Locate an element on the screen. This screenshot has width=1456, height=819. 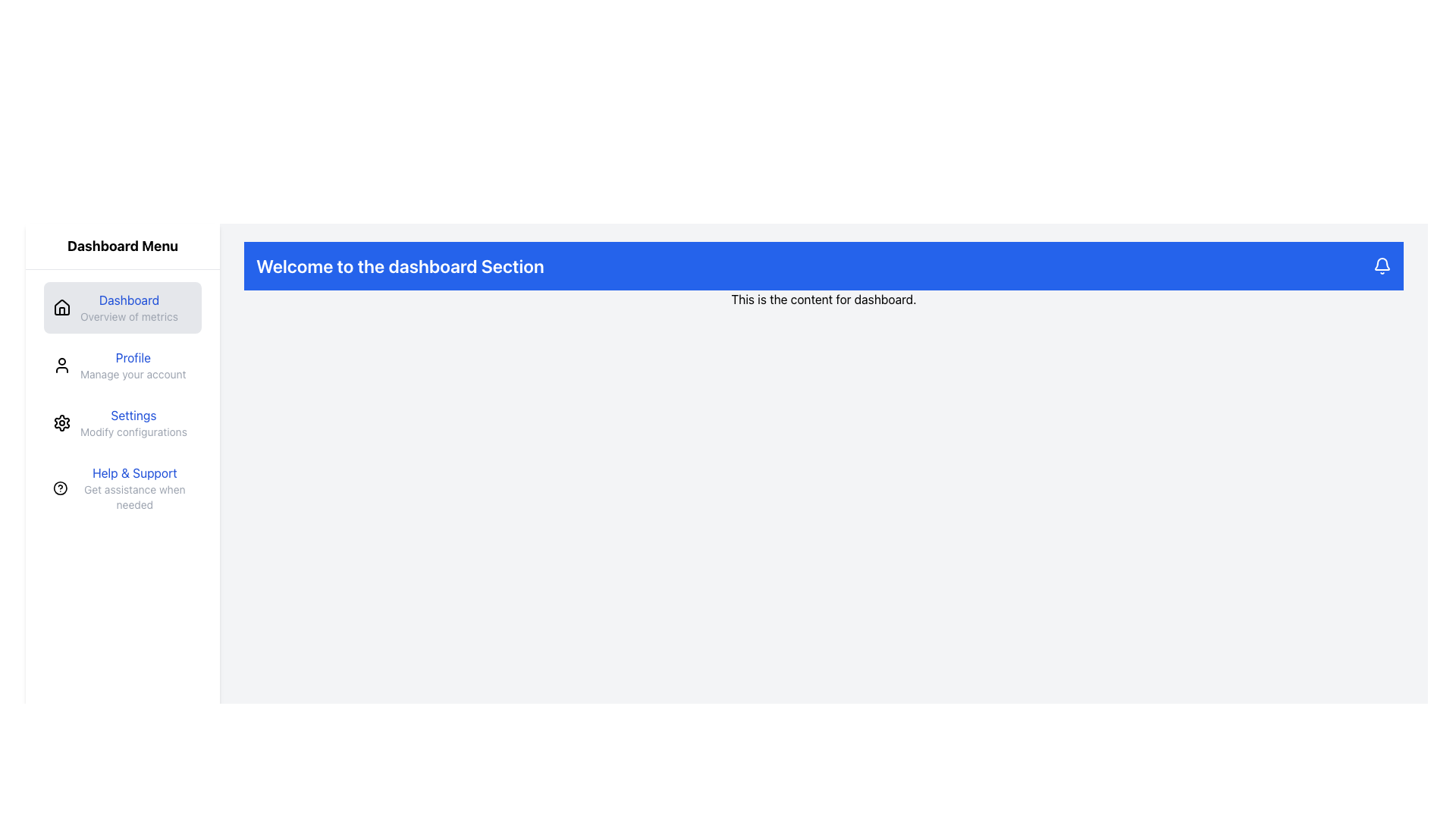
descriptive text label located below the 'Dashboard' menu item within the vertical navigation menu on the left side of the interface is located at coordinates (129, 315).